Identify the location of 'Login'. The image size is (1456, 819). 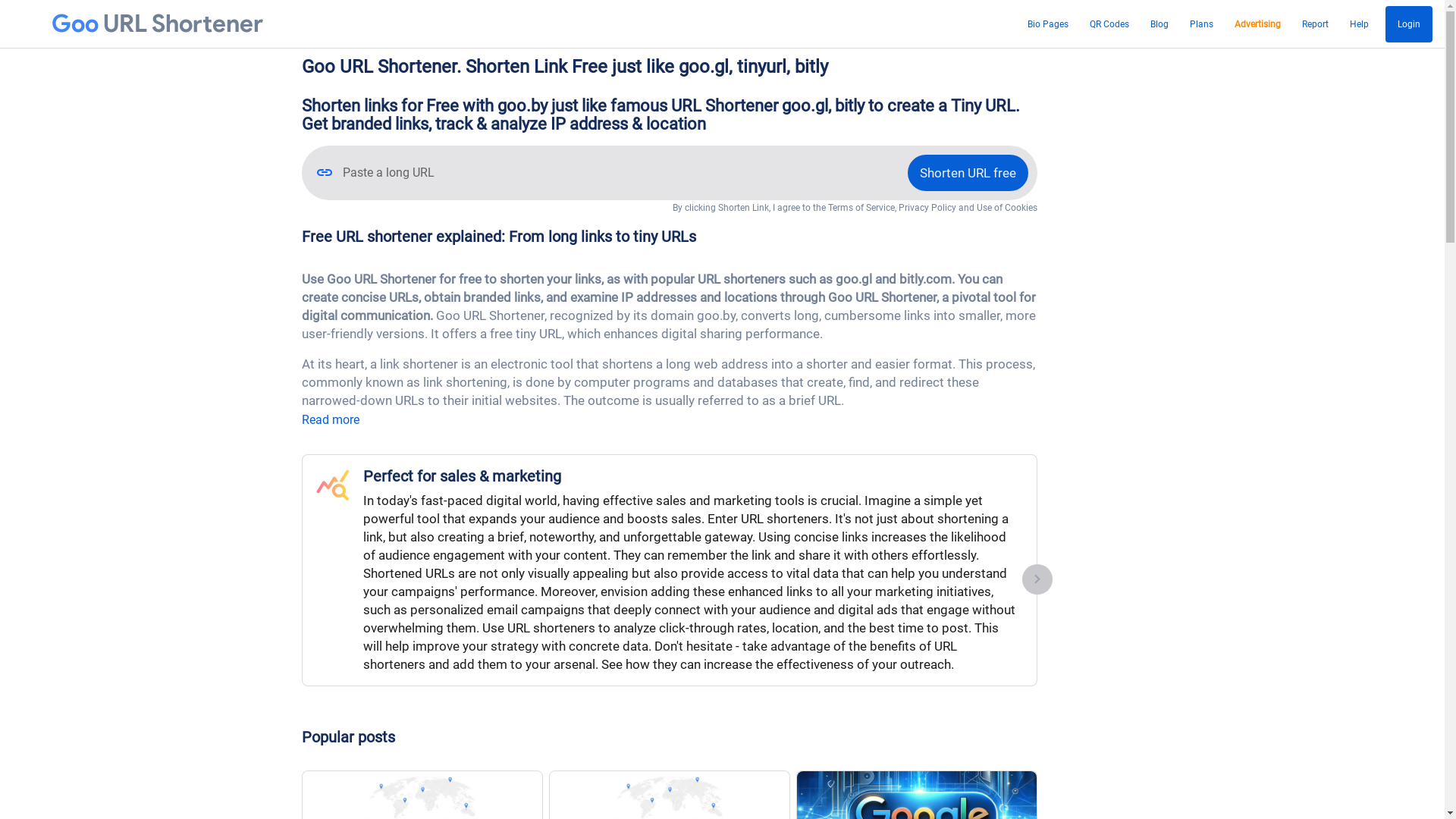
(1407, 24).